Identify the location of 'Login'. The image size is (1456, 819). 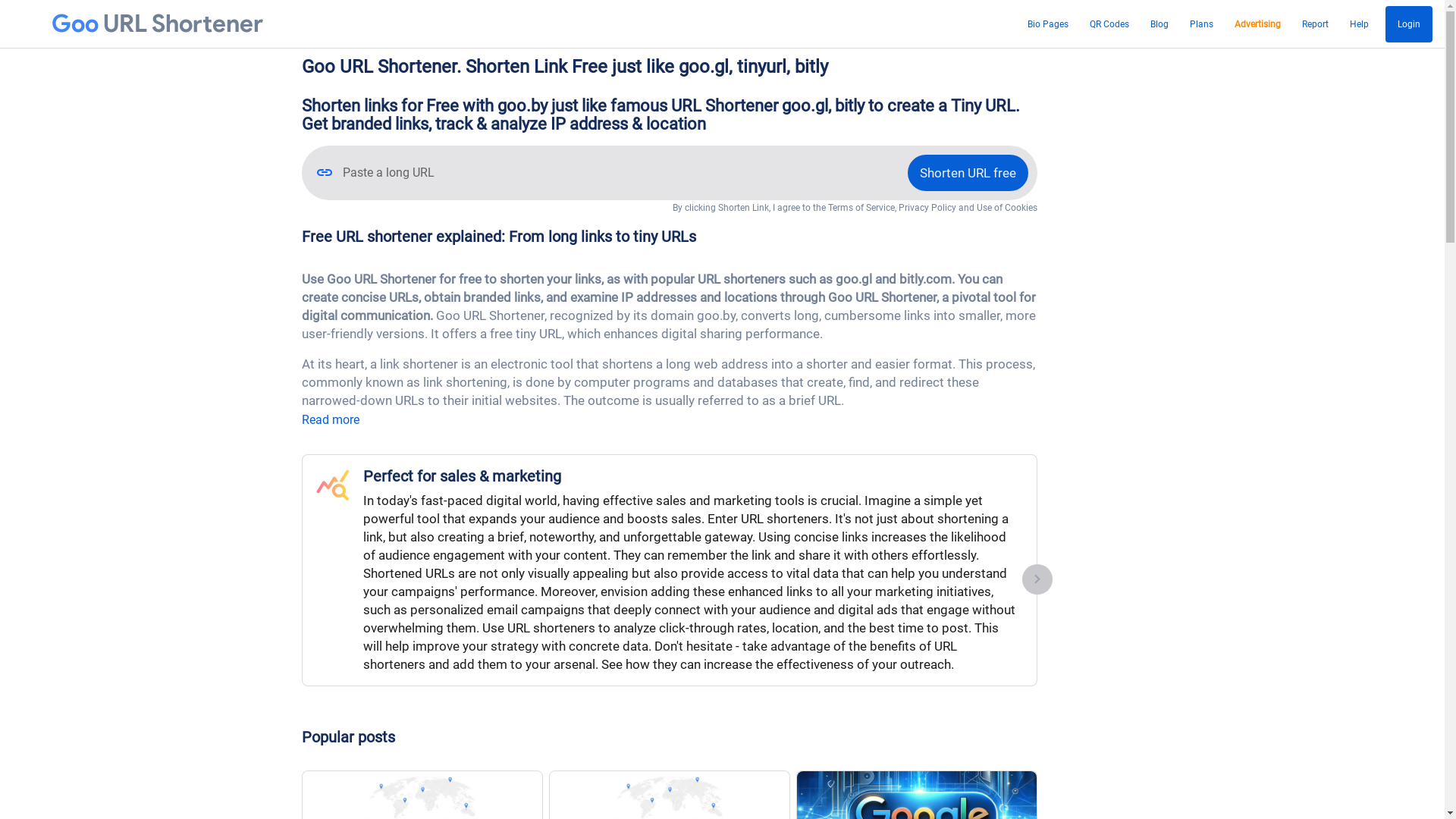
(1407, 24).